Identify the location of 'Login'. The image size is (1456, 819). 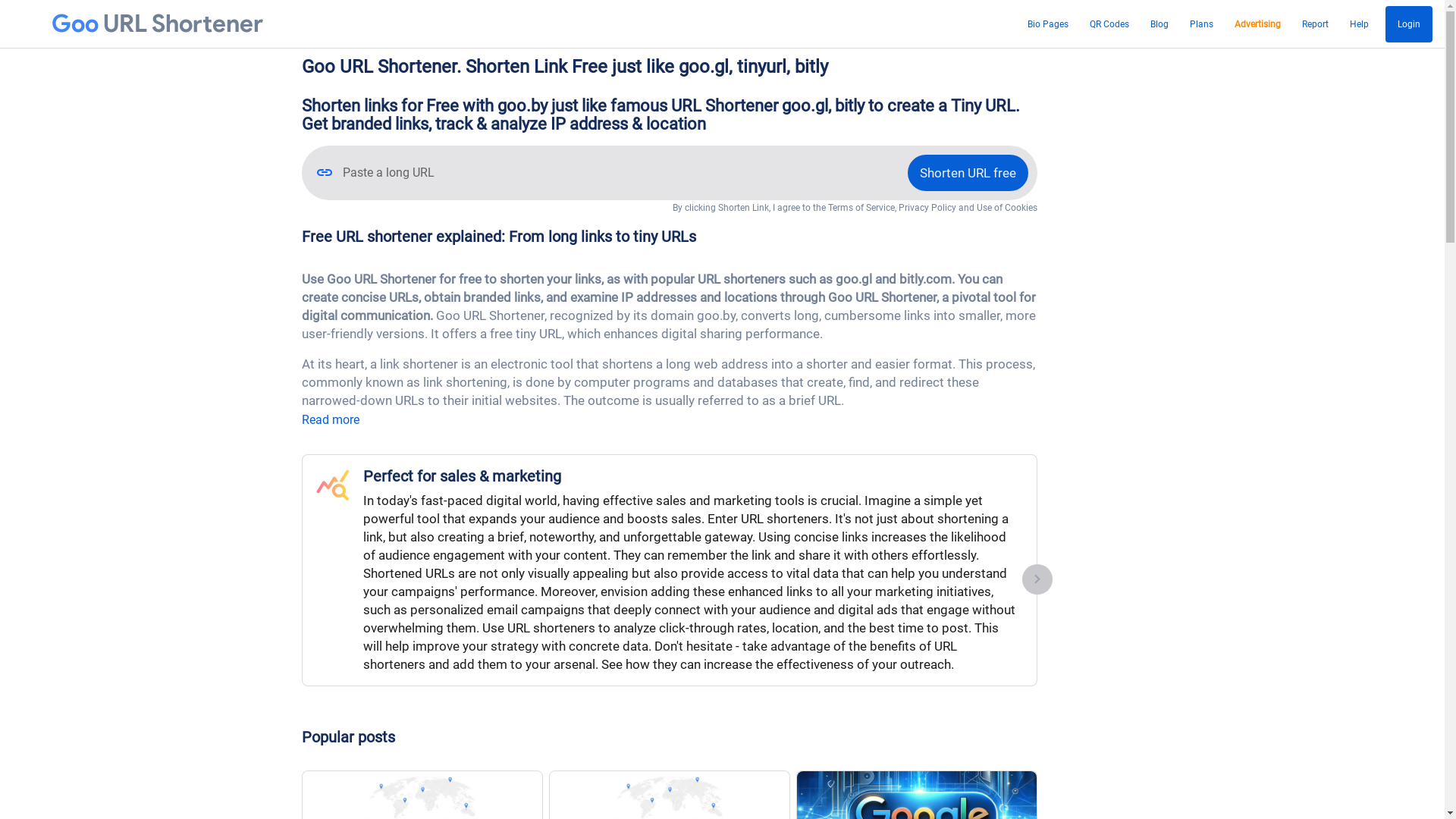
(1407, 24).